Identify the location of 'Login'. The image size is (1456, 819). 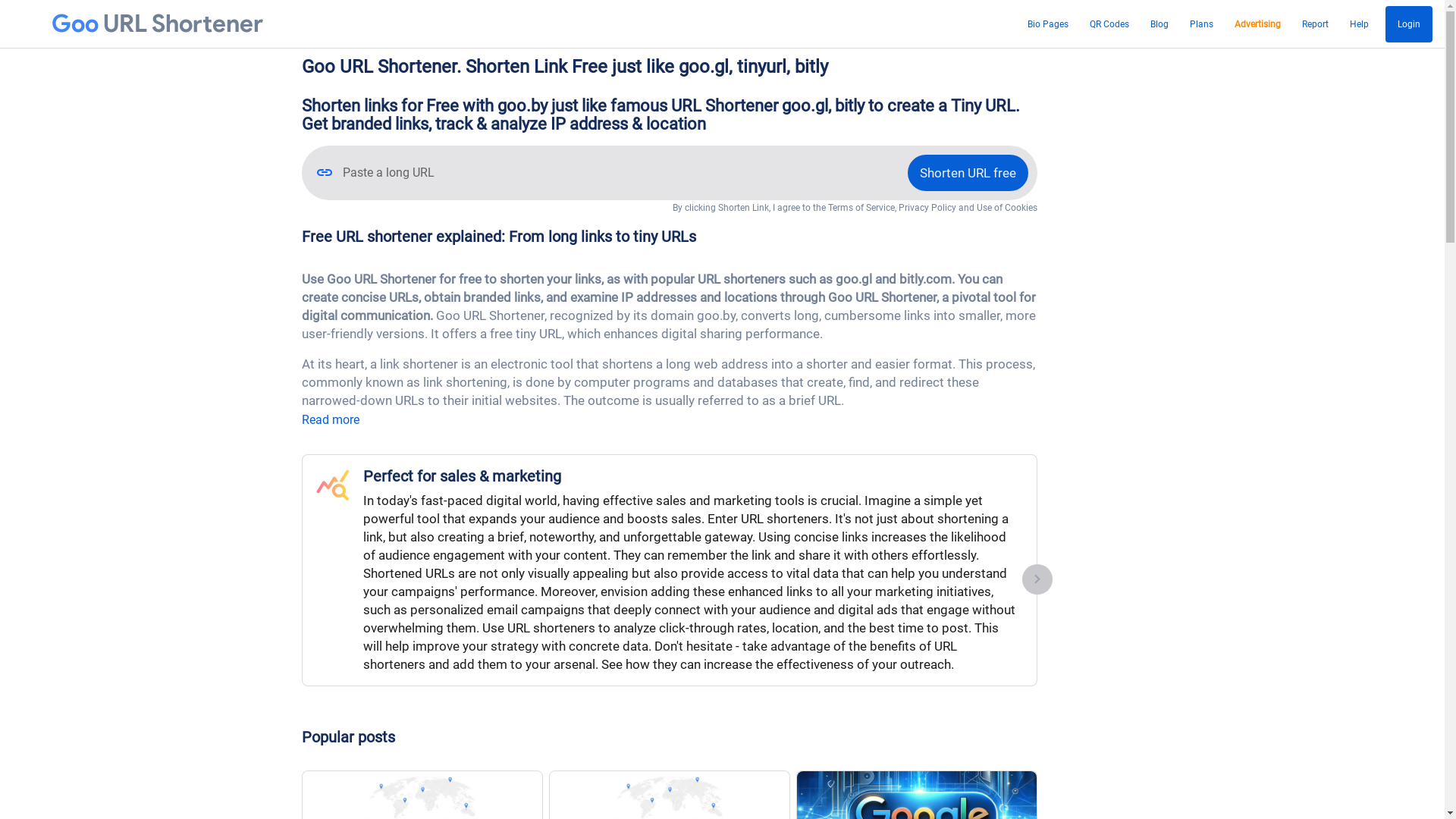
(1407, 24).